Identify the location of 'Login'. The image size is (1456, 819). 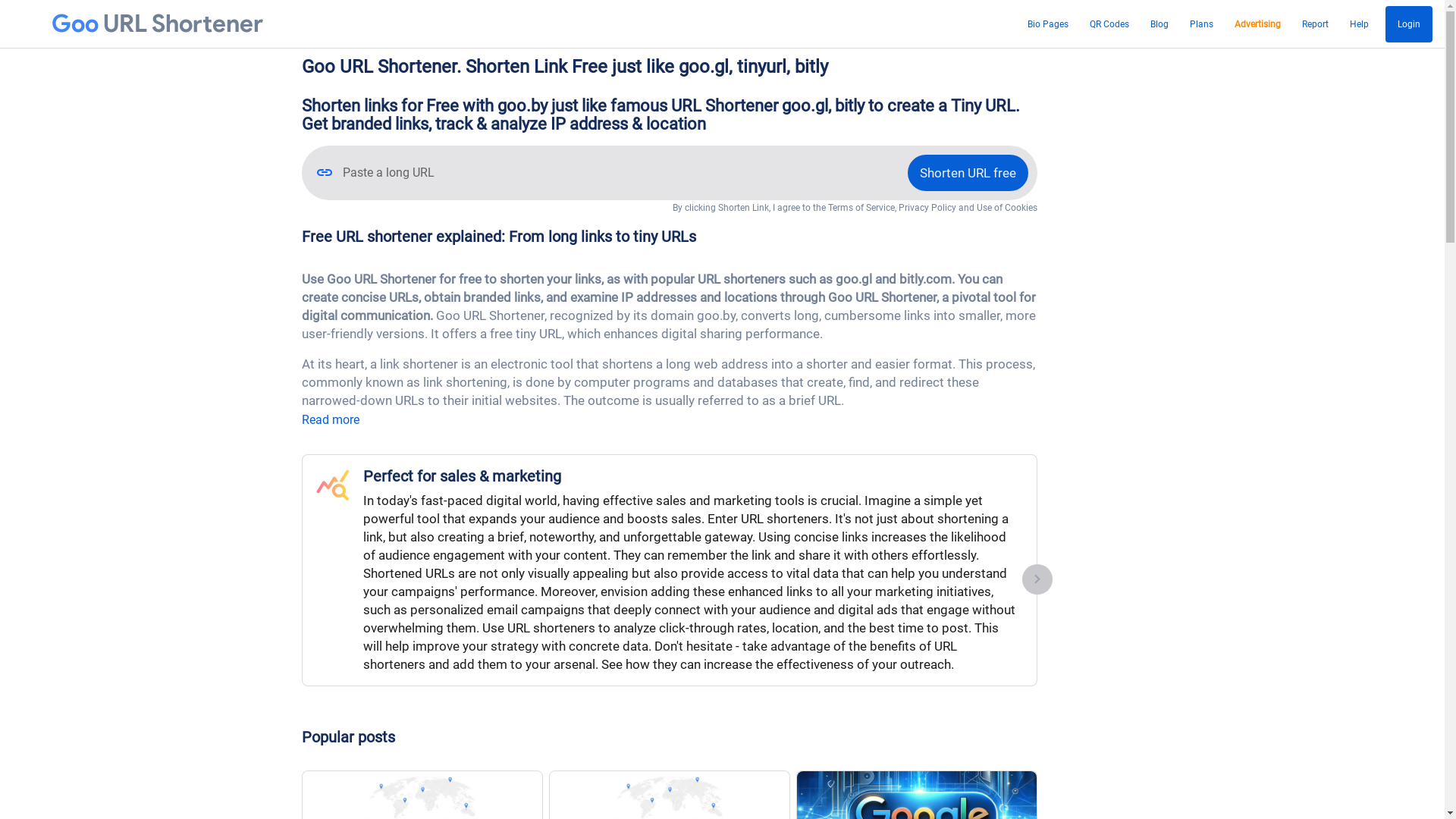
(1407, 24).